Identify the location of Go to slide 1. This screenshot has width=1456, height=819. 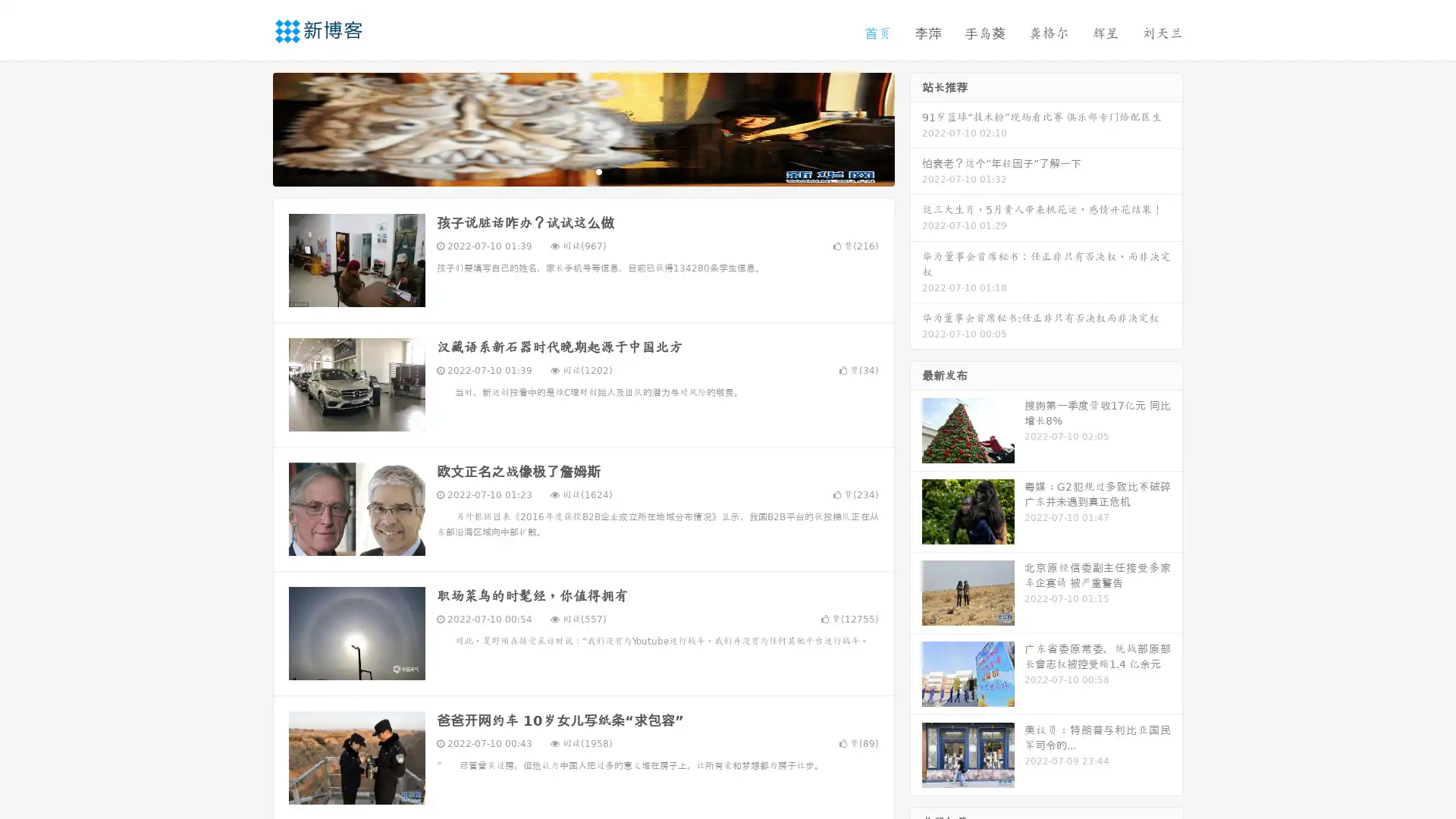
(567, 171).